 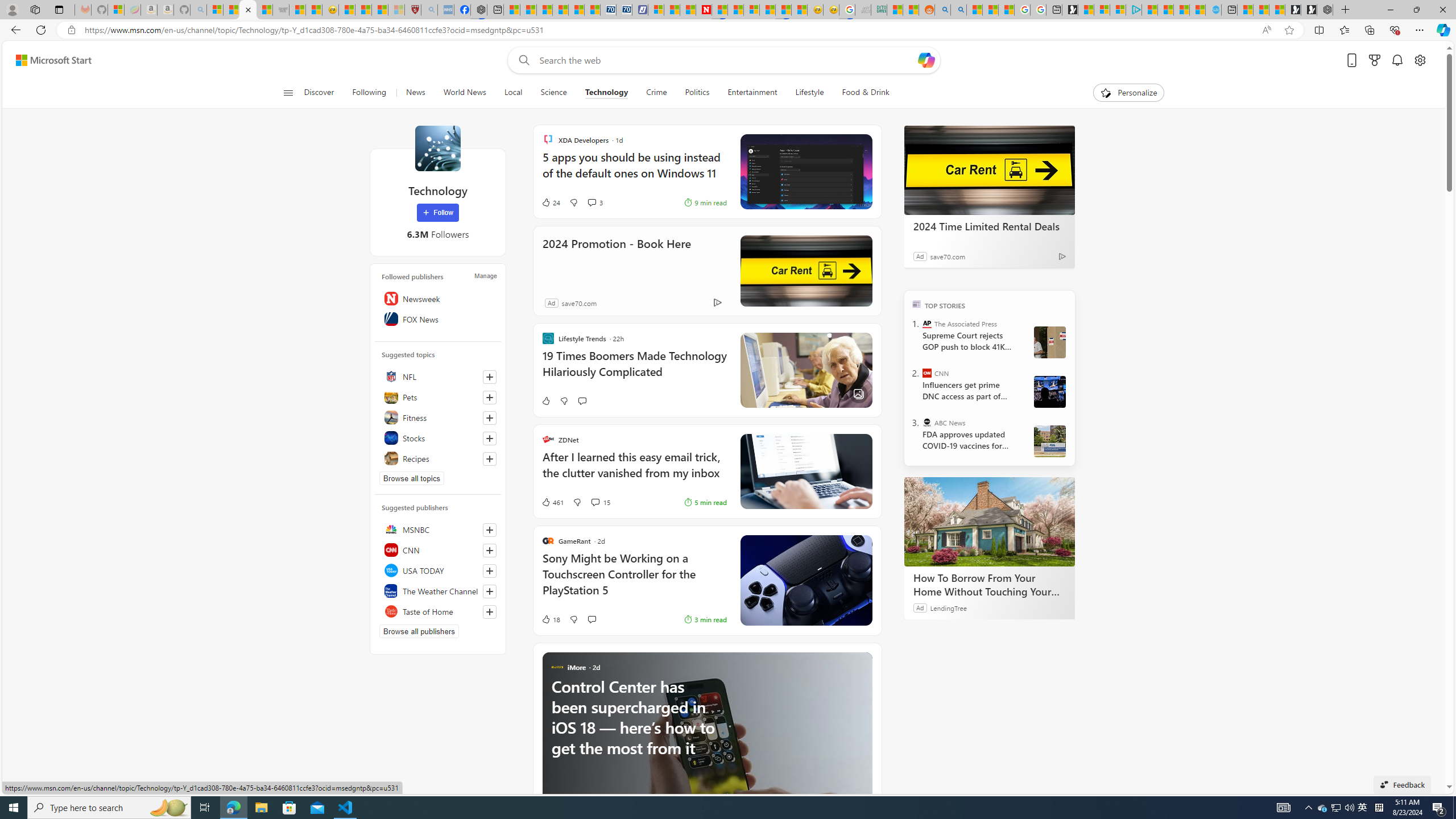 What do you see at coordinates (948, 607) in the screenshot?
I see `'LendingTree'` at bounding box center [948, 607].